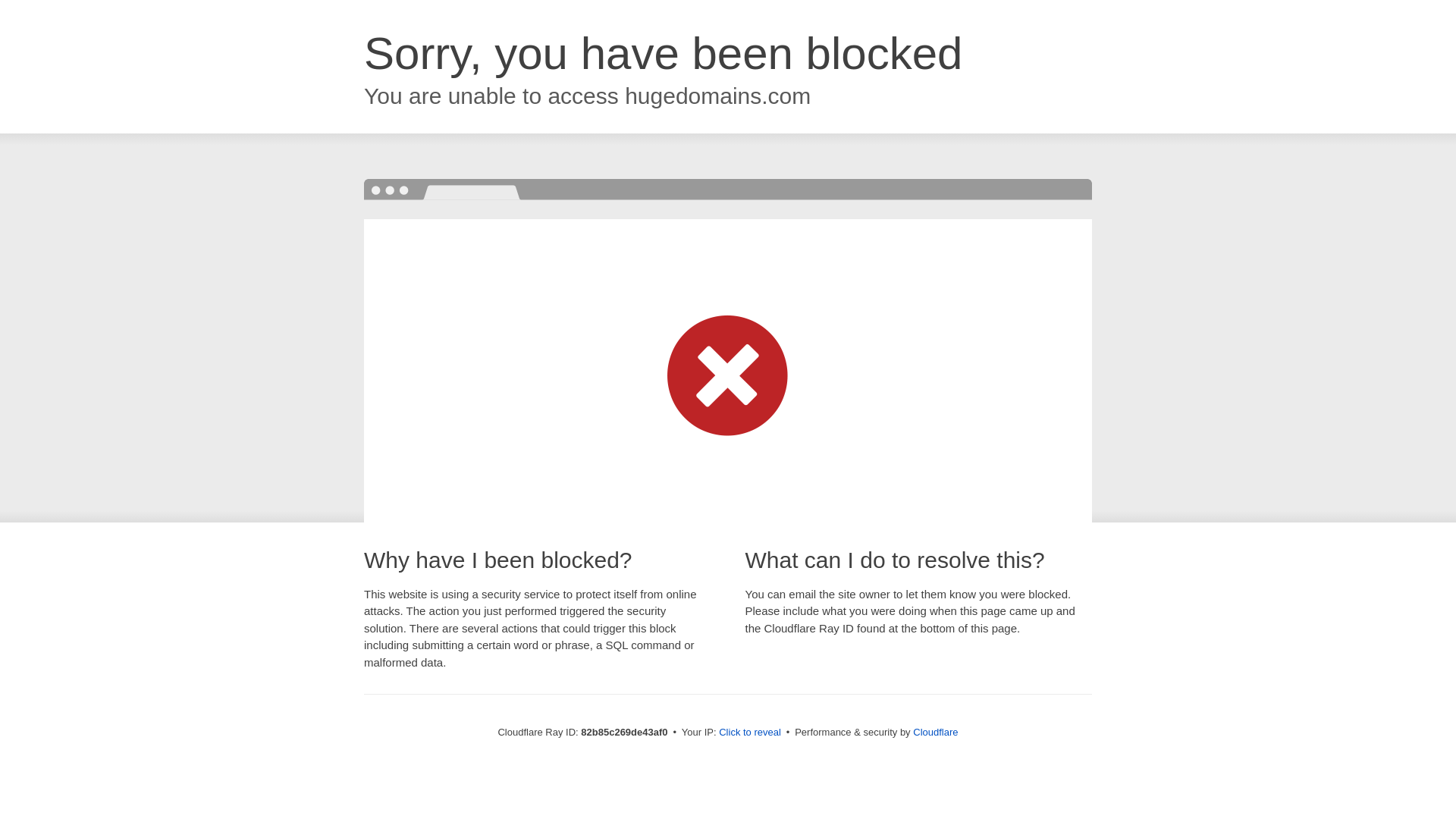  Describe the element at coordinates (718, 731) in the screenshot. I see `'Click to reveal'` at that location.